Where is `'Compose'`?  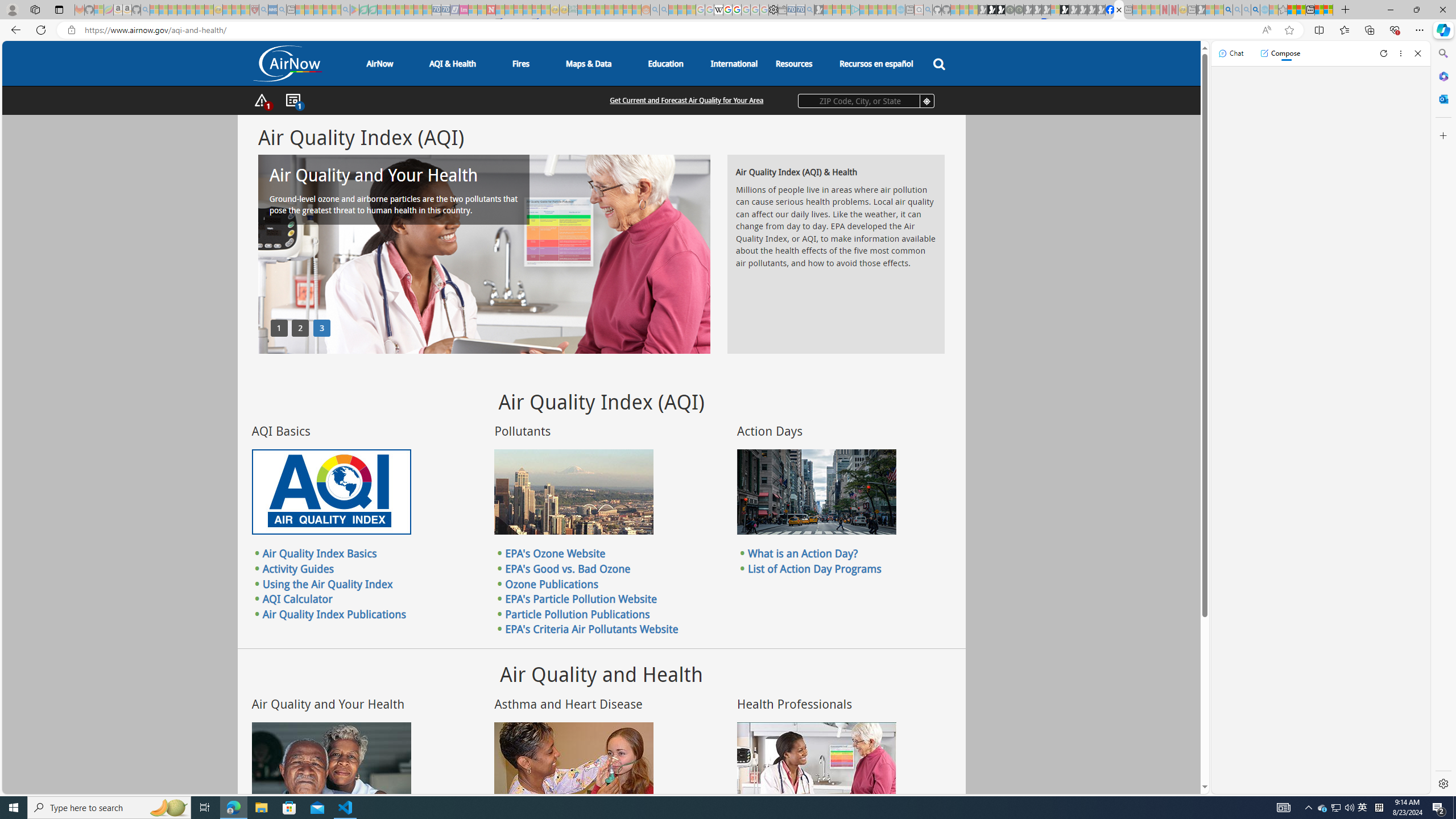 'Compose' is located at coordinates (1280, 52).